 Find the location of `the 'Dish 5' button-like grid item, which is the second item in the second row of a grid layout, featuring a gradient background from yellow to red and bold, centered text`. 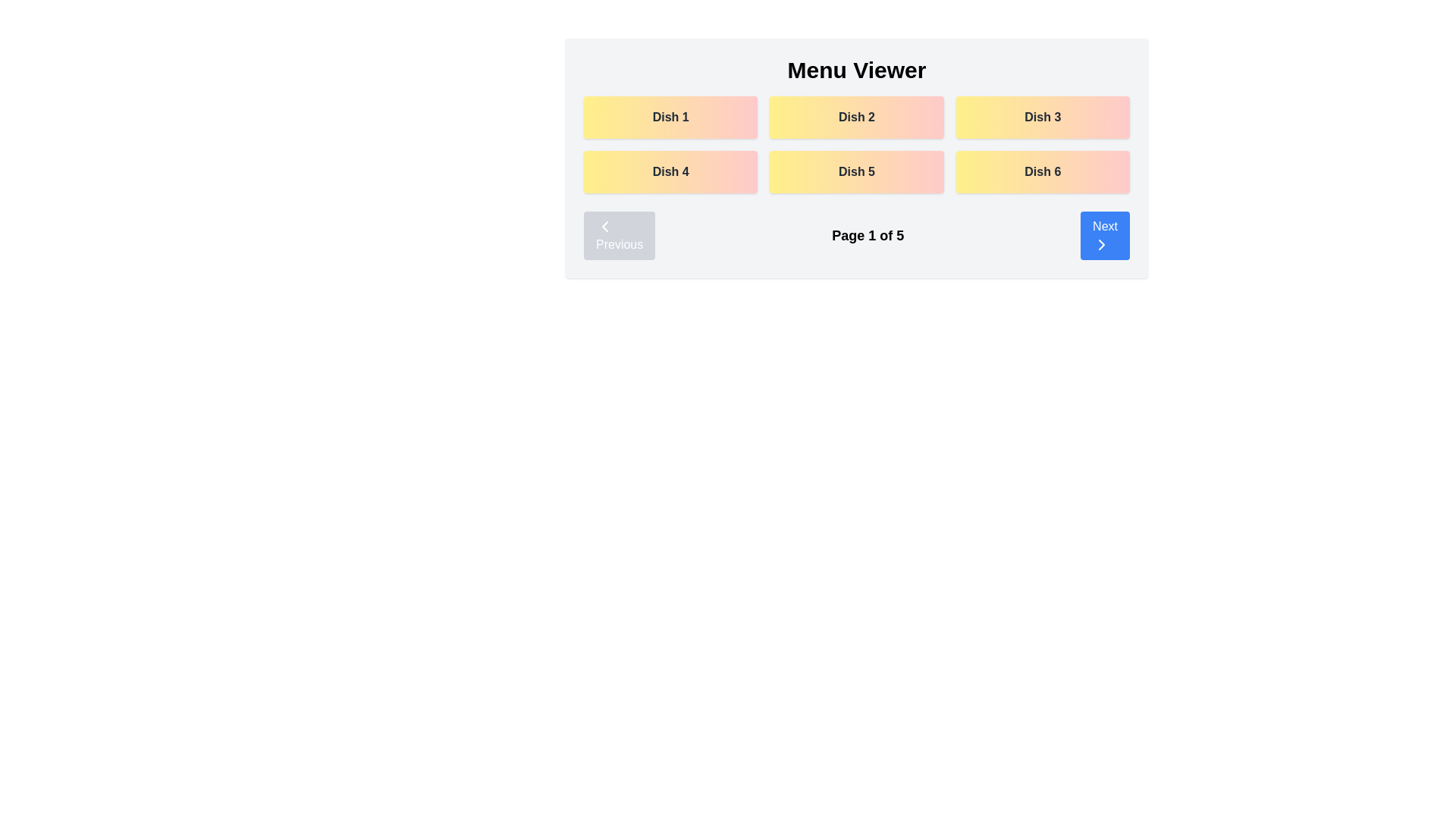

the 'Dish 5' button-like grid item, which is the second item in the second row of a grid layout, featuring a gradient background from yellow to red and bold, centered text is located at coordinates (856, 158).